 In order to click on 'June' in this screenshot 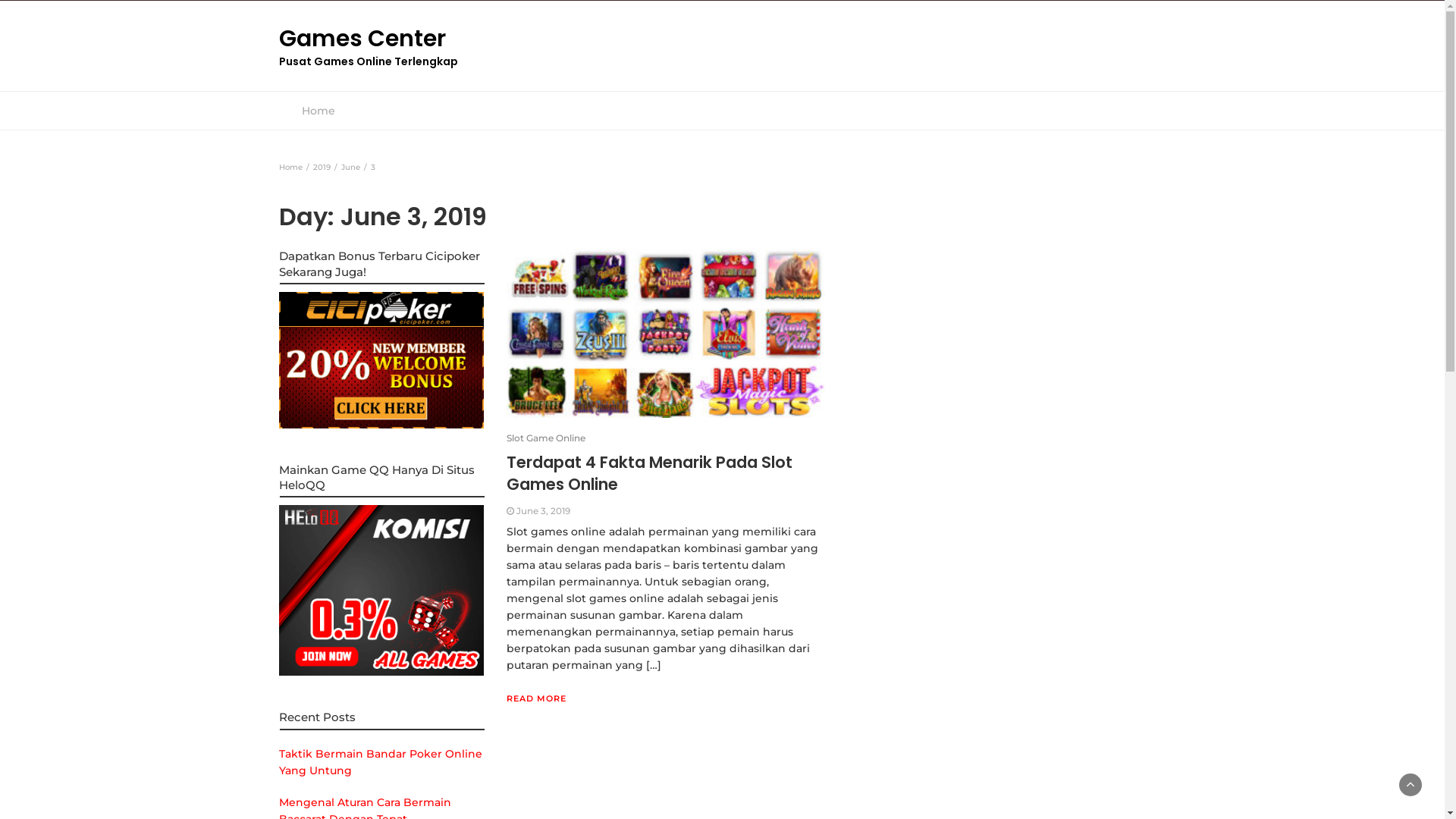, I will do `click(350, 167)`.